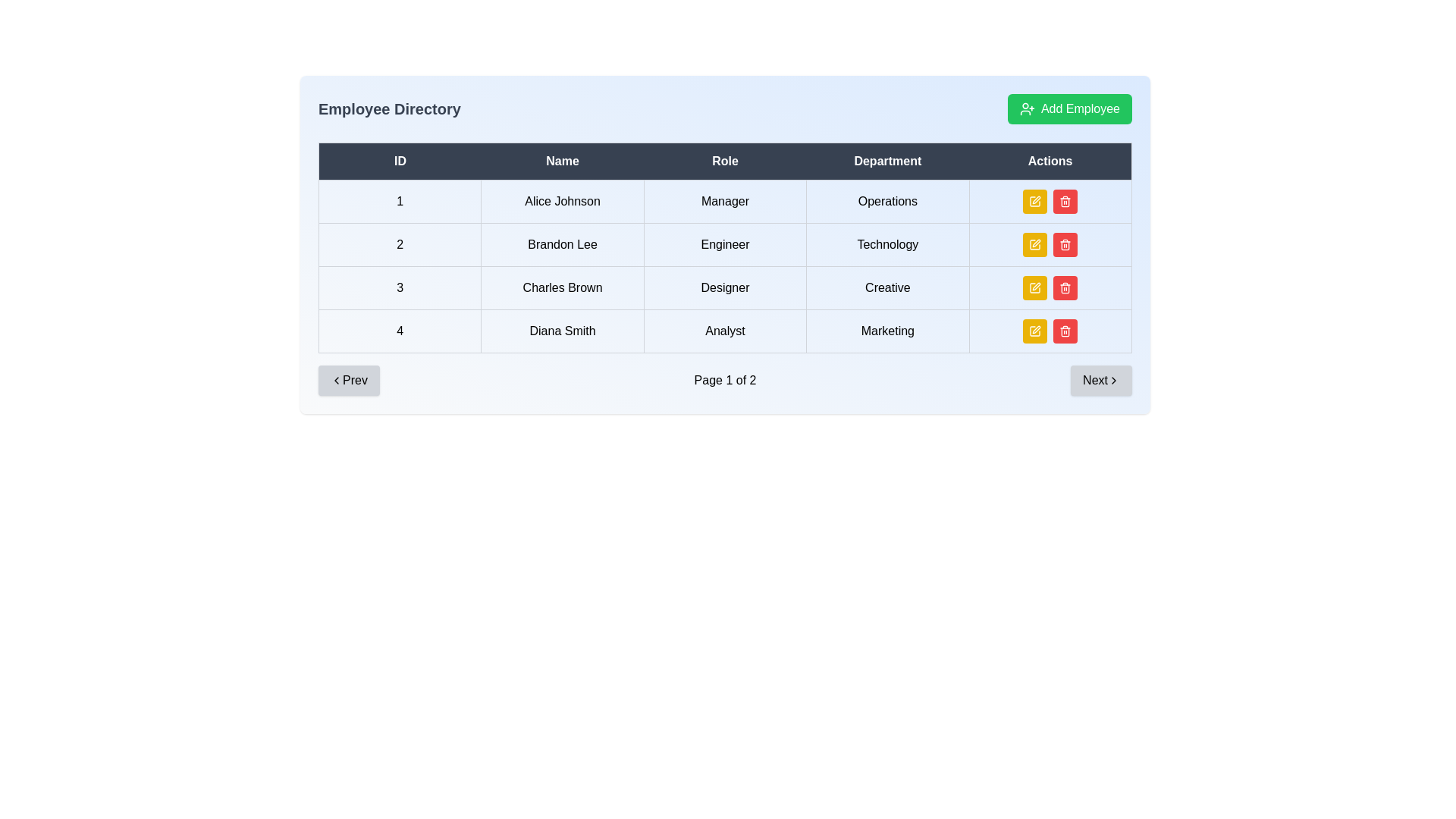  Describe the element at coordinates (1034, 244) in the screenshot. I see `the square button with a yellow background and a white pencil icon located in the 'Actions' column for the entry of 'Brandon Lee'` at that location.